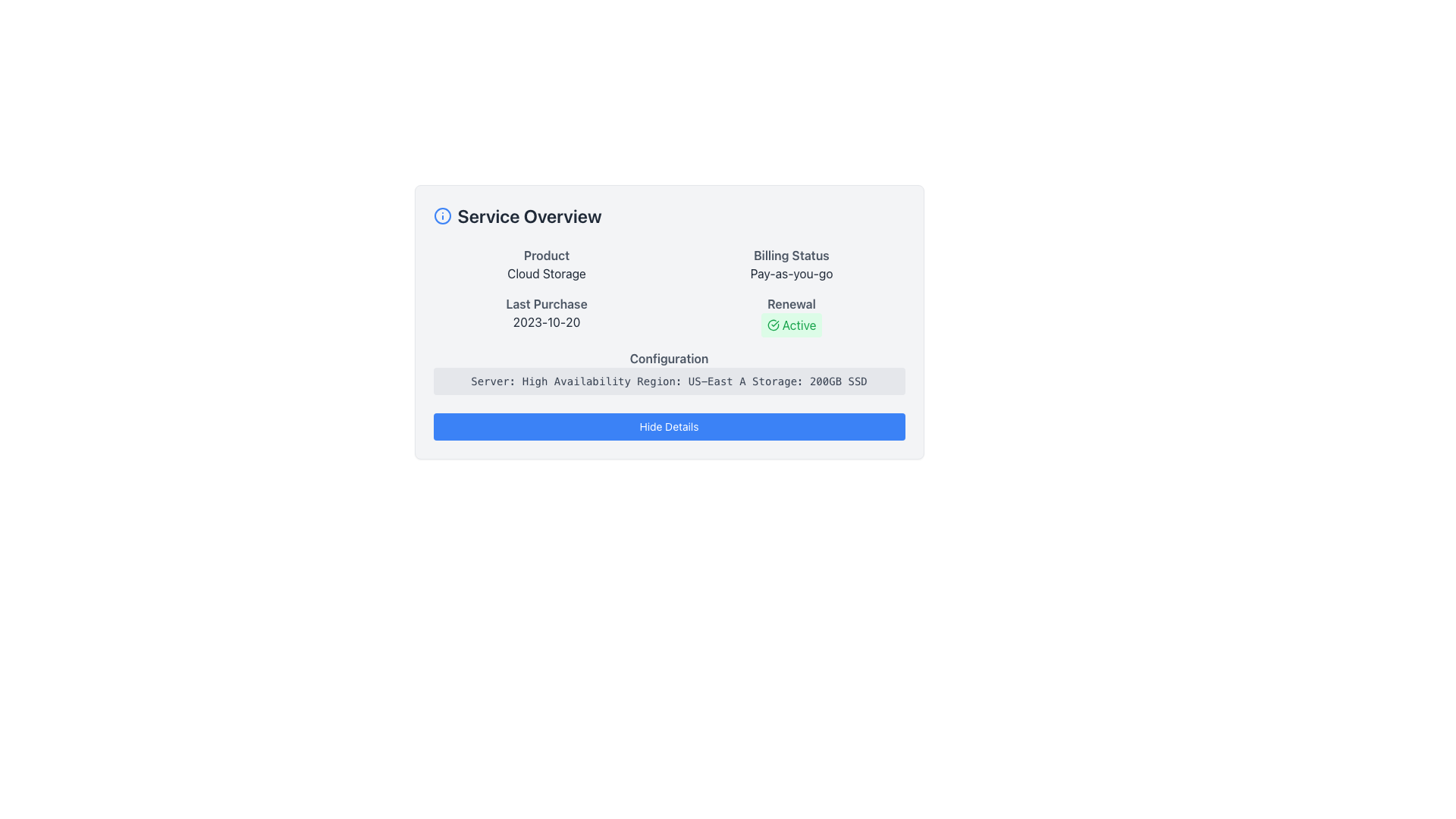 Image resolution: width=1456 pixels, height=819 pixels. What do you see at coordinates (546, 254) in the screenshot?
I see `the text label indicating 'Cloud Storage', which serves as a category title in the 'Service Overview' card` at bounding box center [546, 254].